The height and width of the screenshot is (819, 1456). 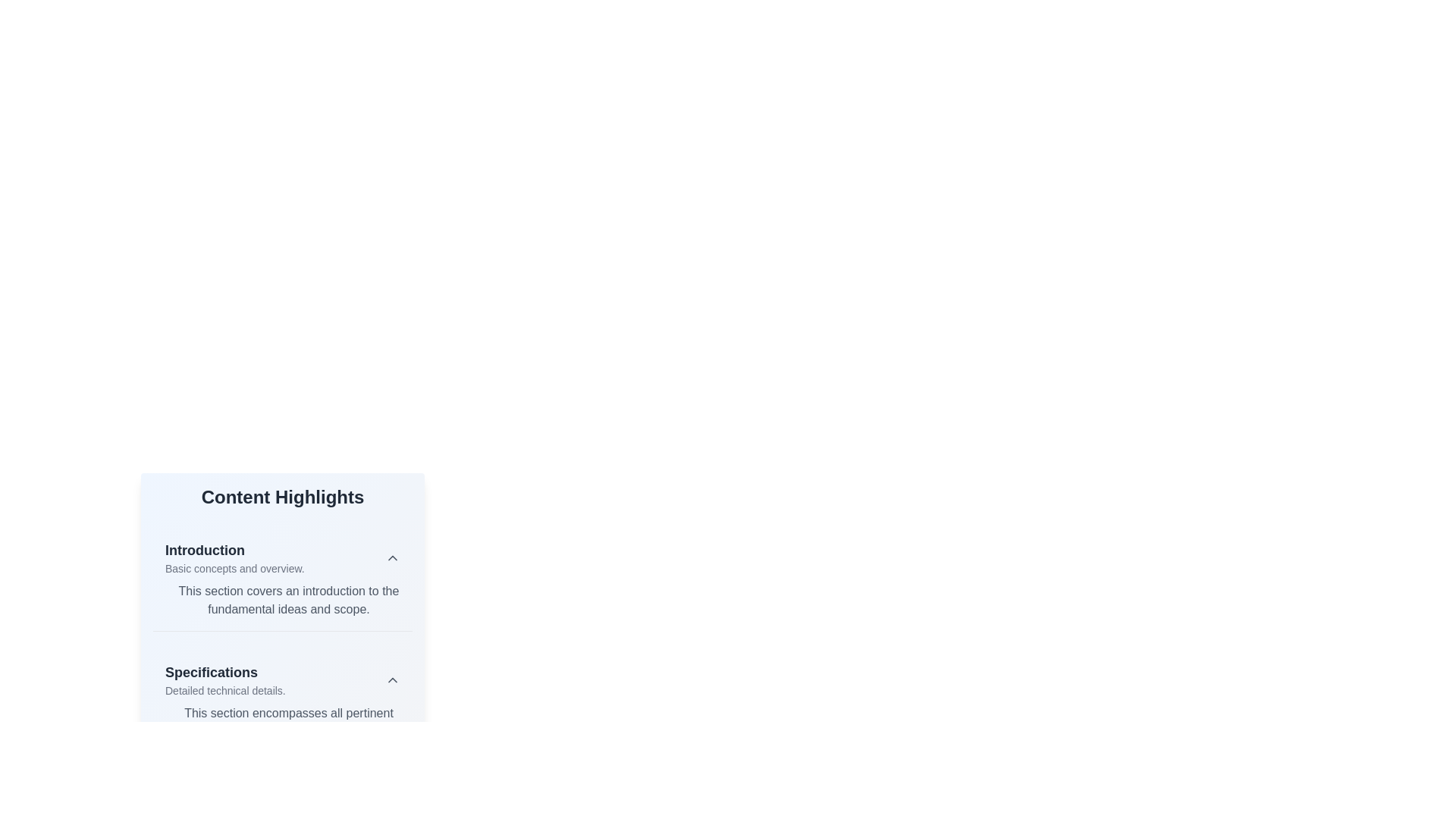 I want to click on the text label reading 'Detailed technical details.' which is styled in a small font size and light gray color, positioned beneath the 'Specifications' heading, so click(x=224, y=690).